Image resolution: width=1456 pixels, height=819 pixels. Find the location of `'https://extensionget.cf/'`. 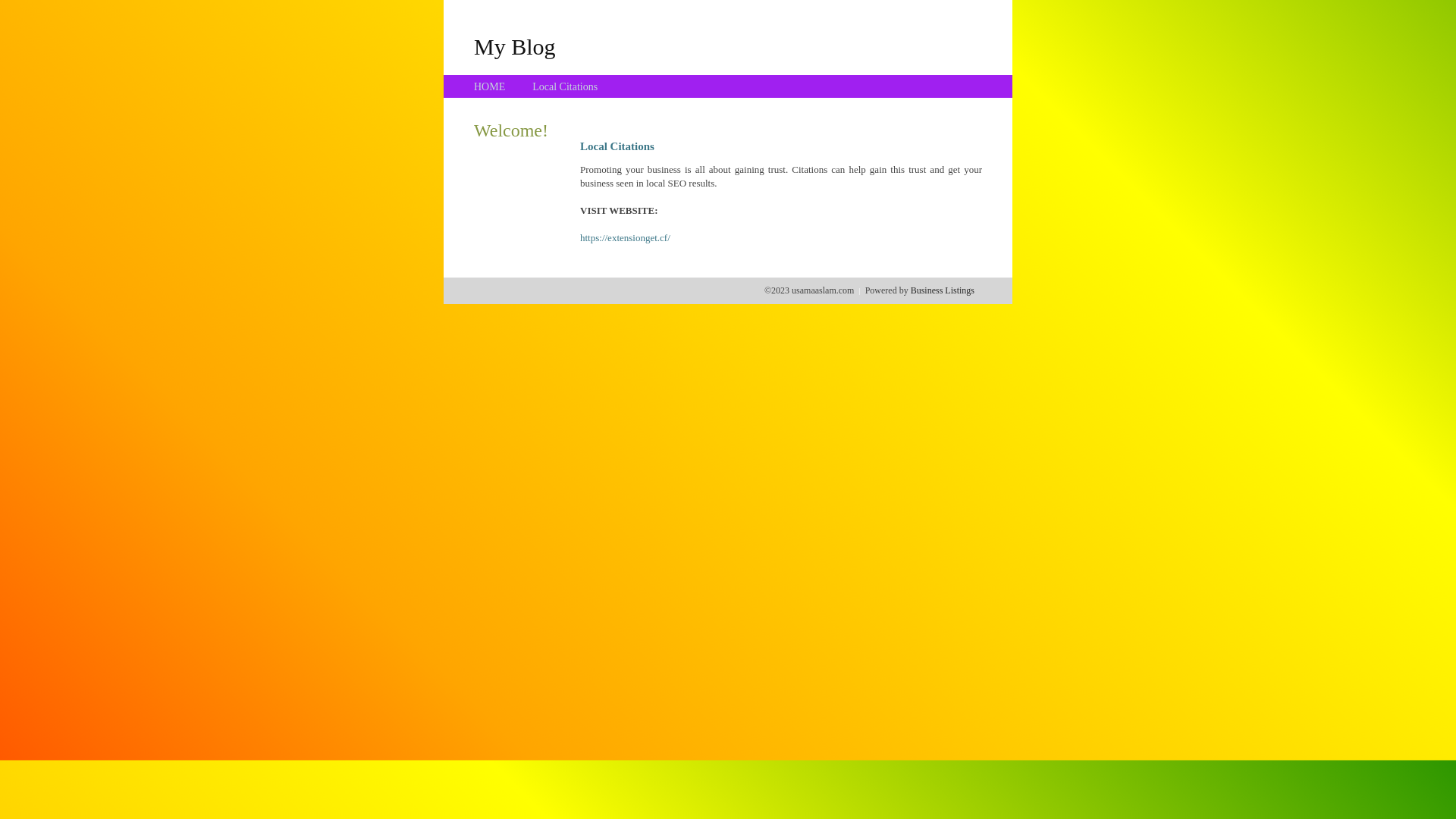

'https://extensionget.cf/' is located at coordinates (625, 237).